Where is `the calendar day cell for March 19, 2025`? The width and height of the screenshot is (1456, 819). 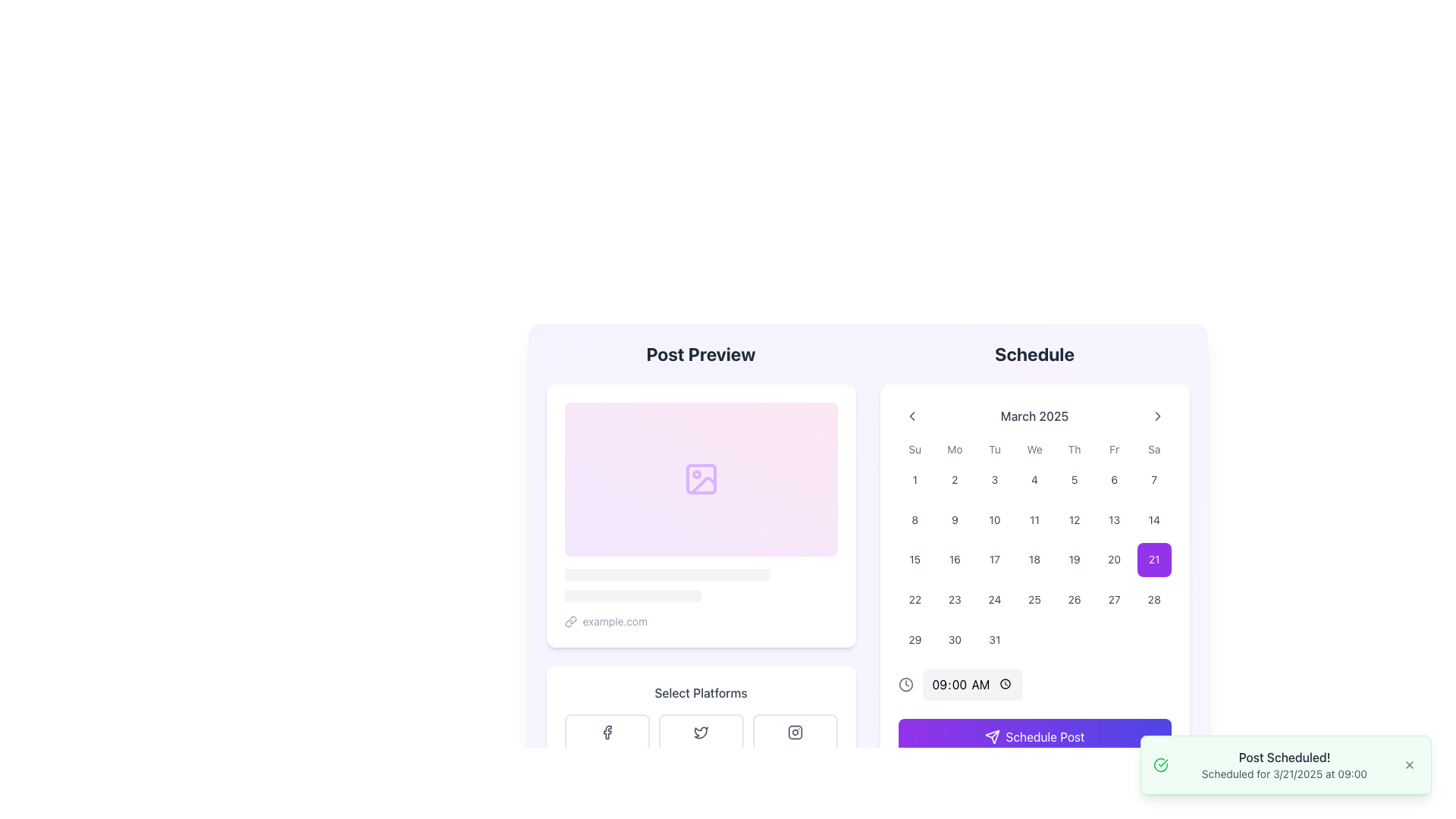 the calendar day cell for March 19, 2025 is located at coordinates (1074, 560).